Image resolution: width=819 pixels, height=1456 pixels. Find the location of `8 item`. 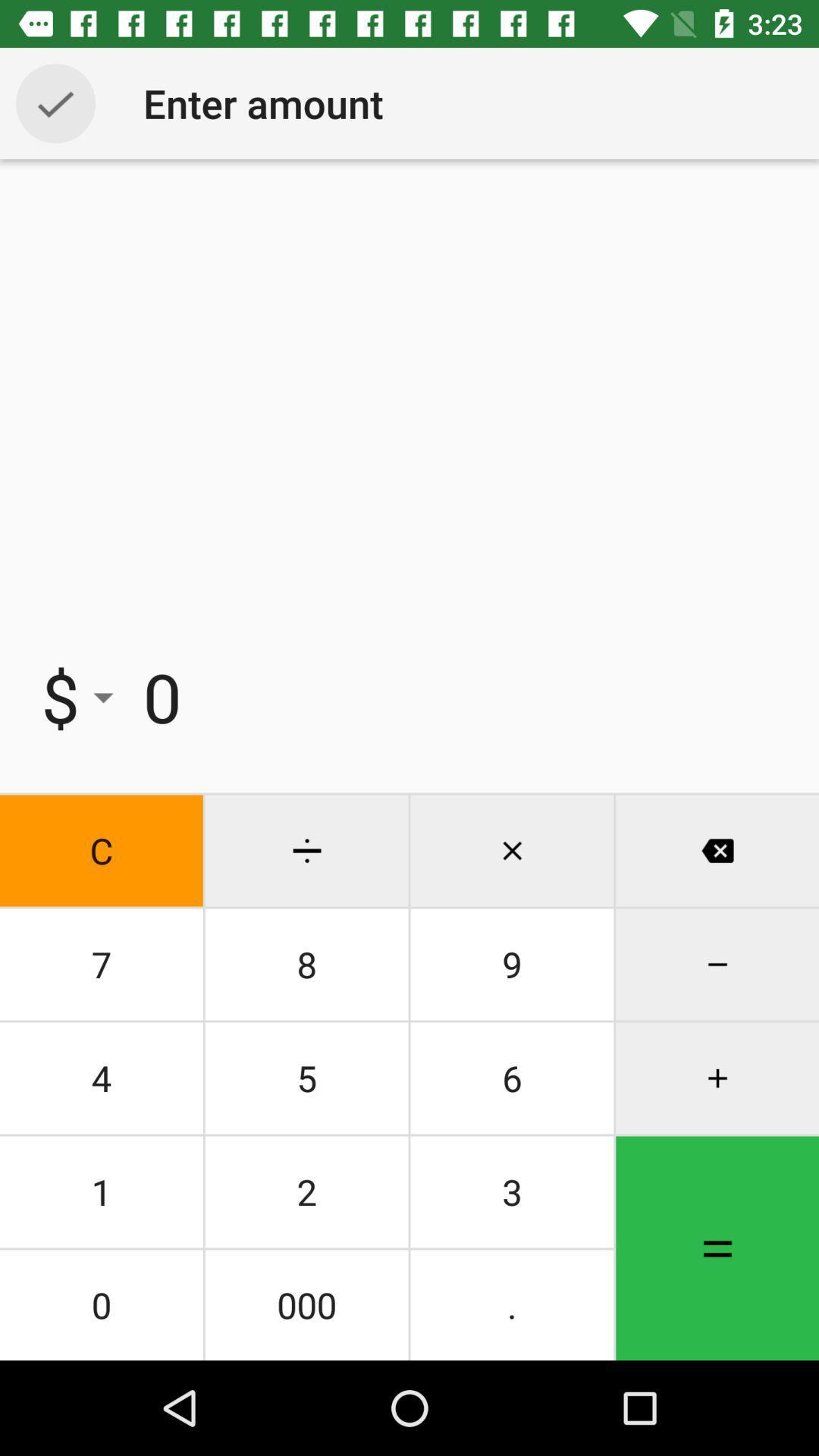

8 item is located at coordinates (306, 964).